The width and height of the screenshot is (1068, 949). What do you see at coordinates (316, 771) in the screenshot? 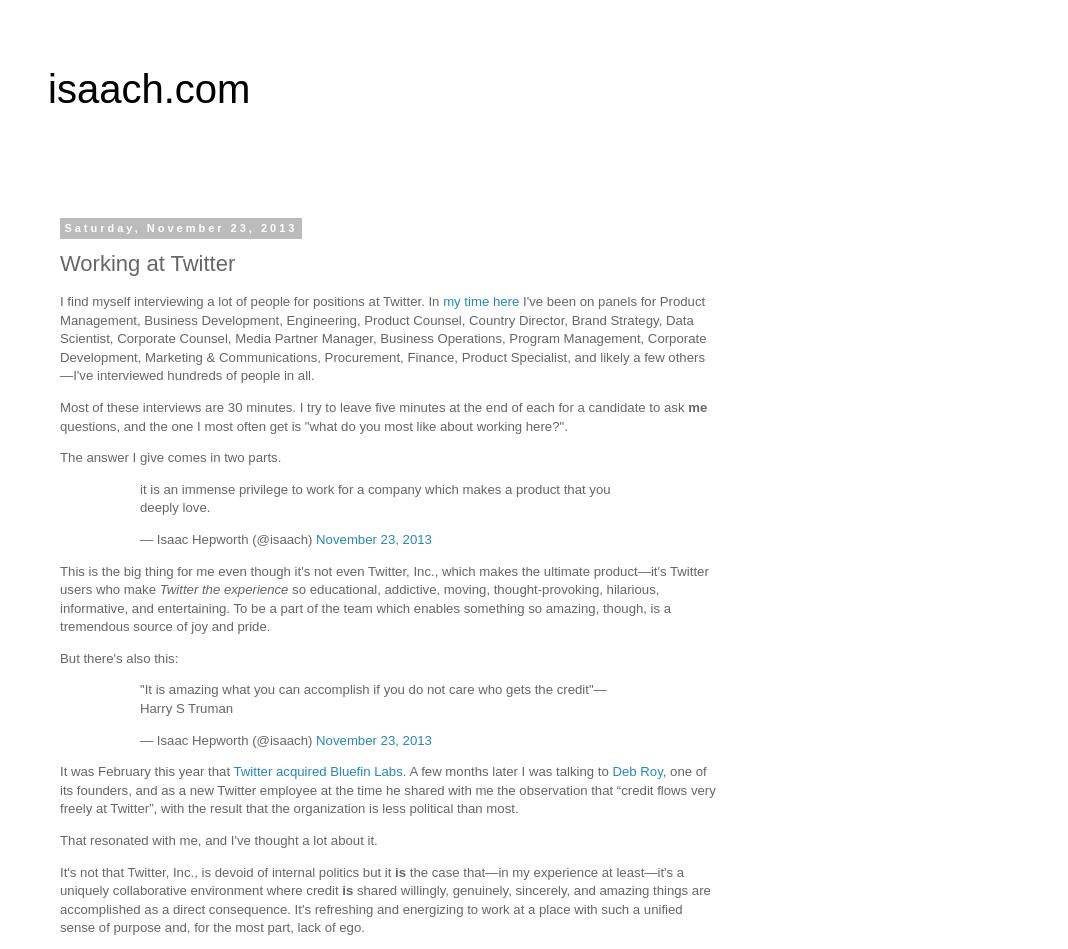
I see `'Twitter acquired Bluefin Labs'` at bounding box center [316, 771].